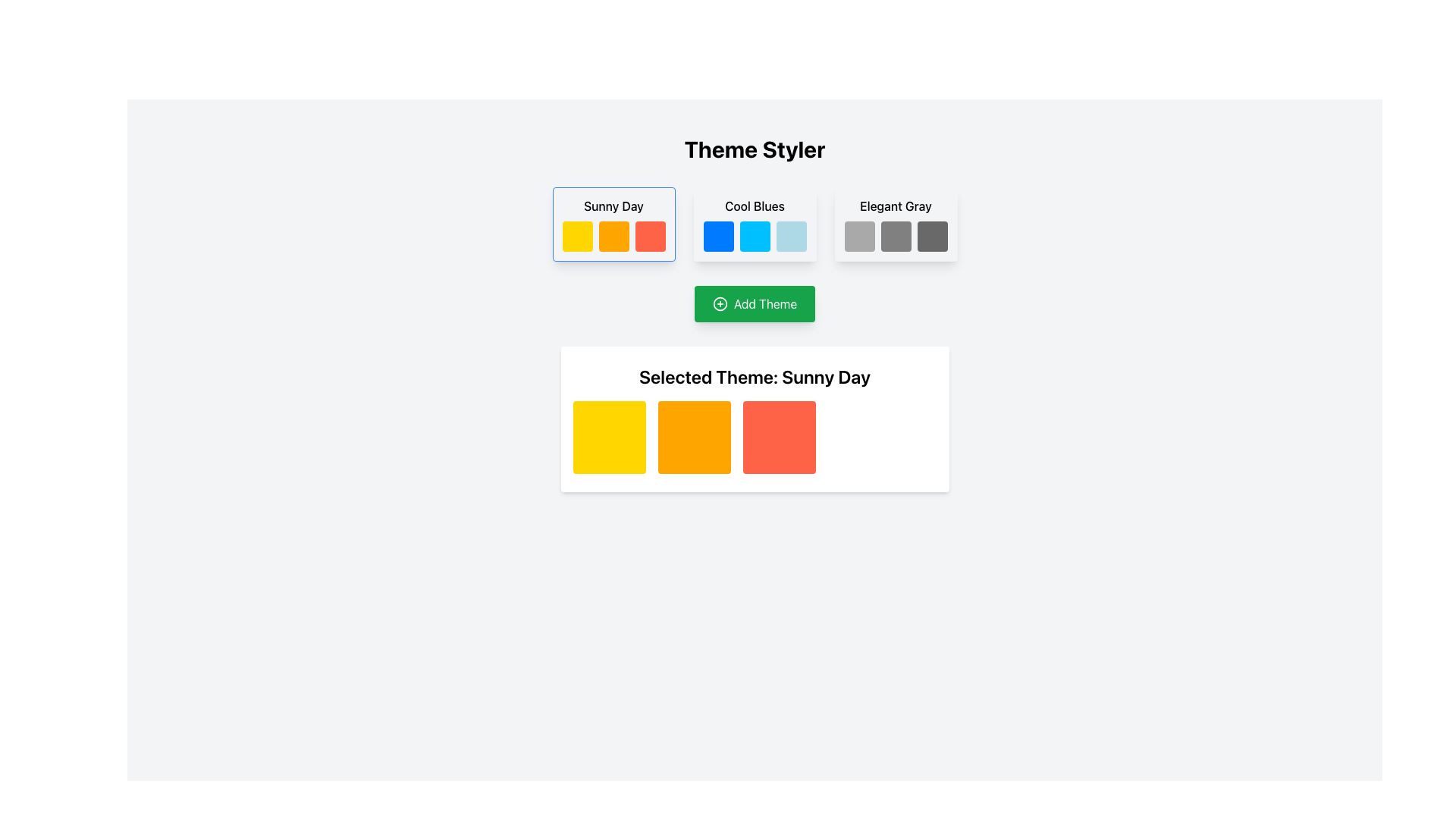  I want to click on the button located below the three theme preview sections ('Sunny Day', 'Cool Blues', 'Elegant Gray') to initiate the theme addition process, so click(755, 304).